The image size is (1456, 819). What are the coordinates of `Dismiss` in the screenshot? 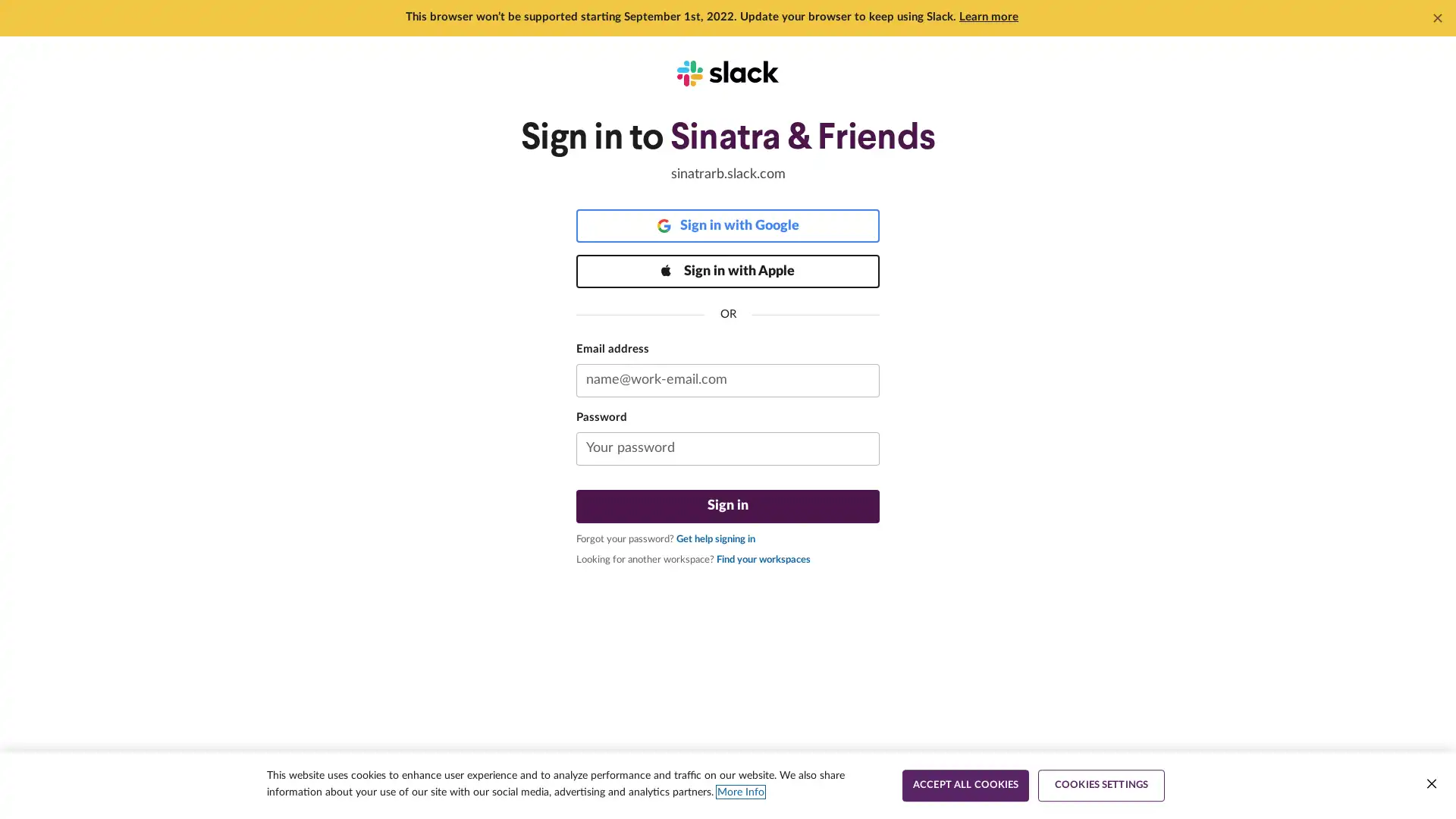 It's located at (1437, 17).